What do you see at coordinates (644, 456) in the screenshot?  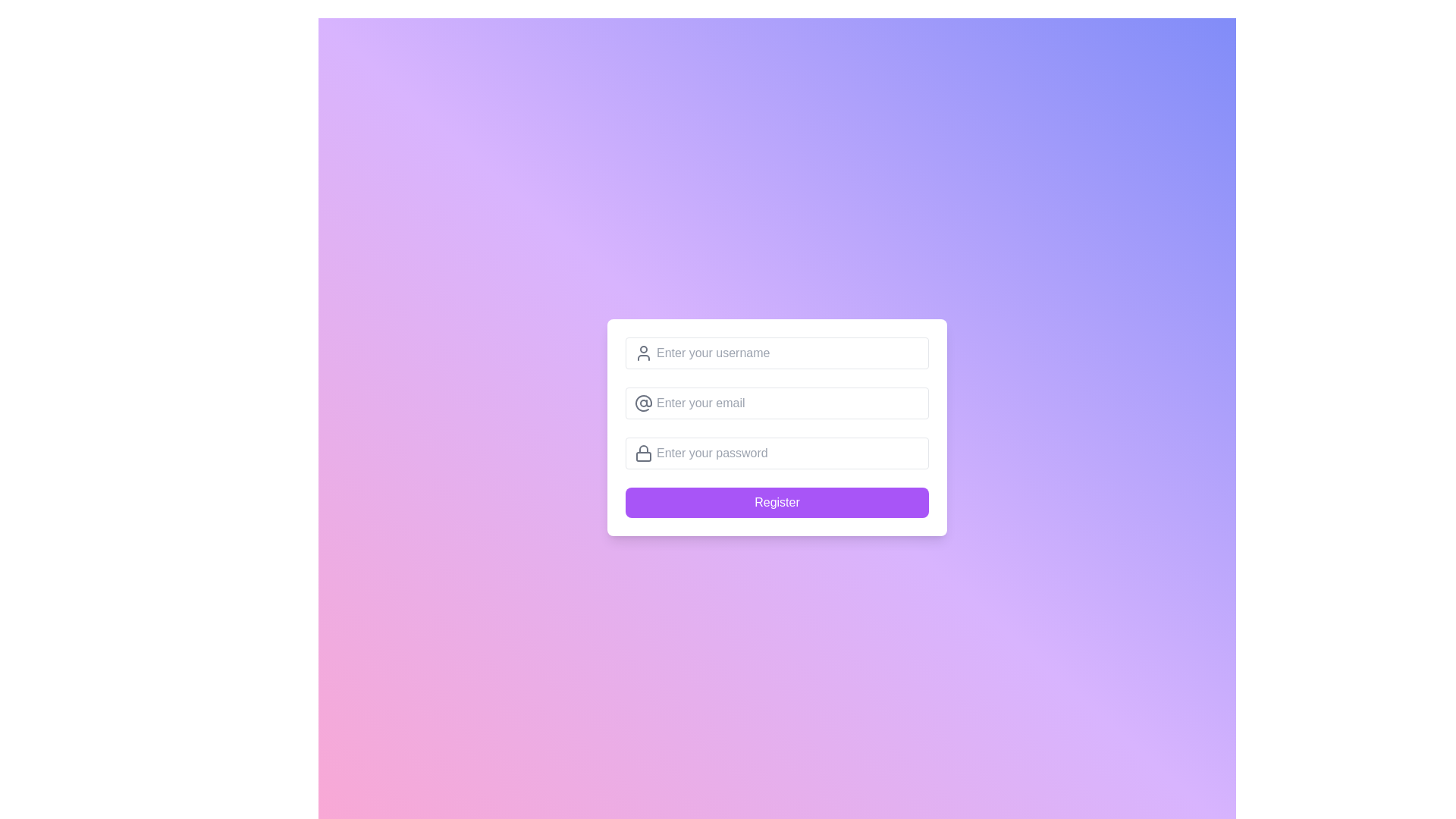 I see `the lock body rectangle icon, which visually represents the main body of the lock in the password input field` at bounding box center [644, 456].